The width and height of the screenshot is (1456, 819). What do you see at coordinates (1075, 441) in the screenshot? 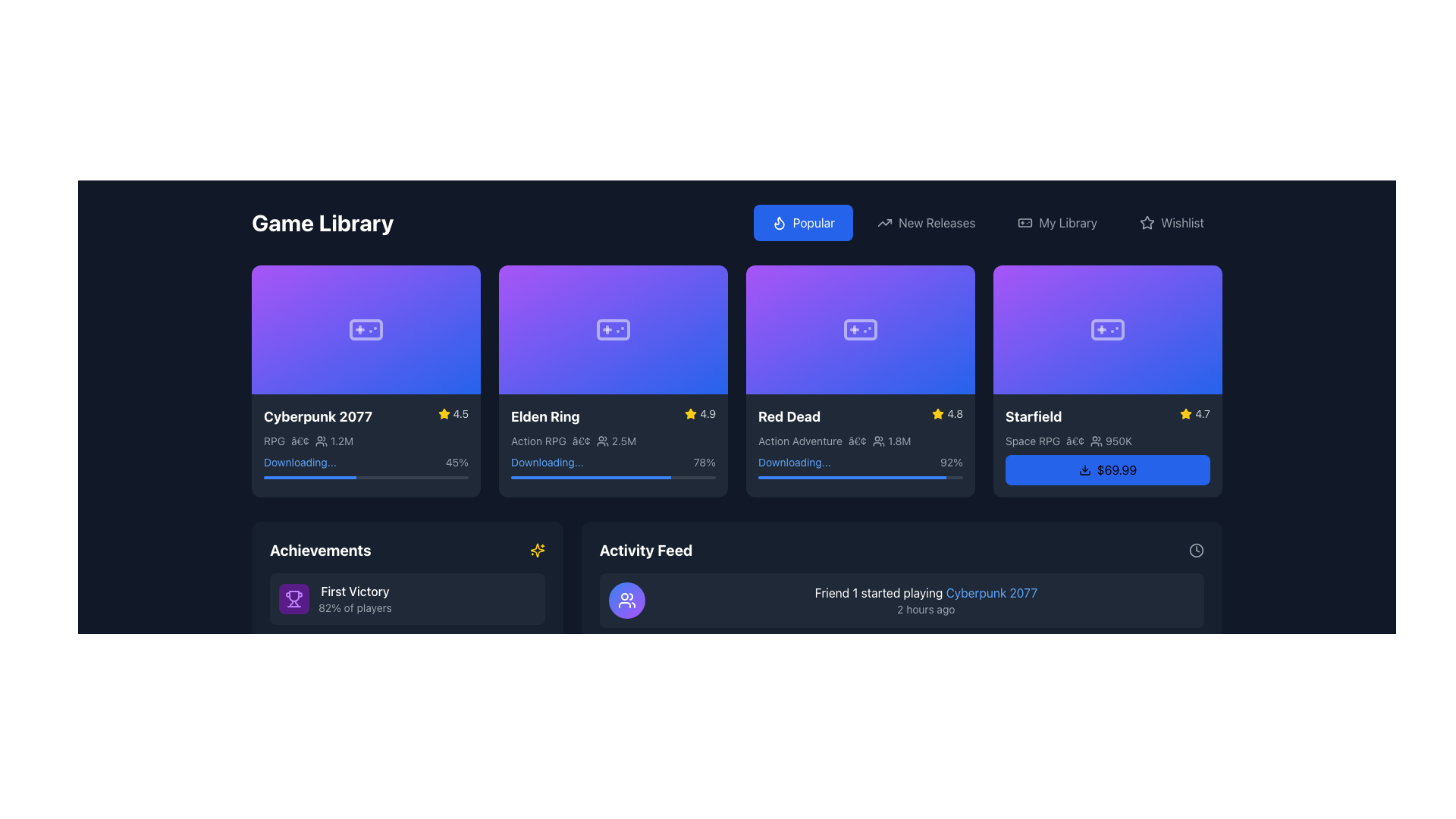
I see `the textual separator element that visually separates the game genre 'Space RPG' and its statistics '950K' in the horizontal list under the game title 'Starfield'` at bounding box center [1075, 441].